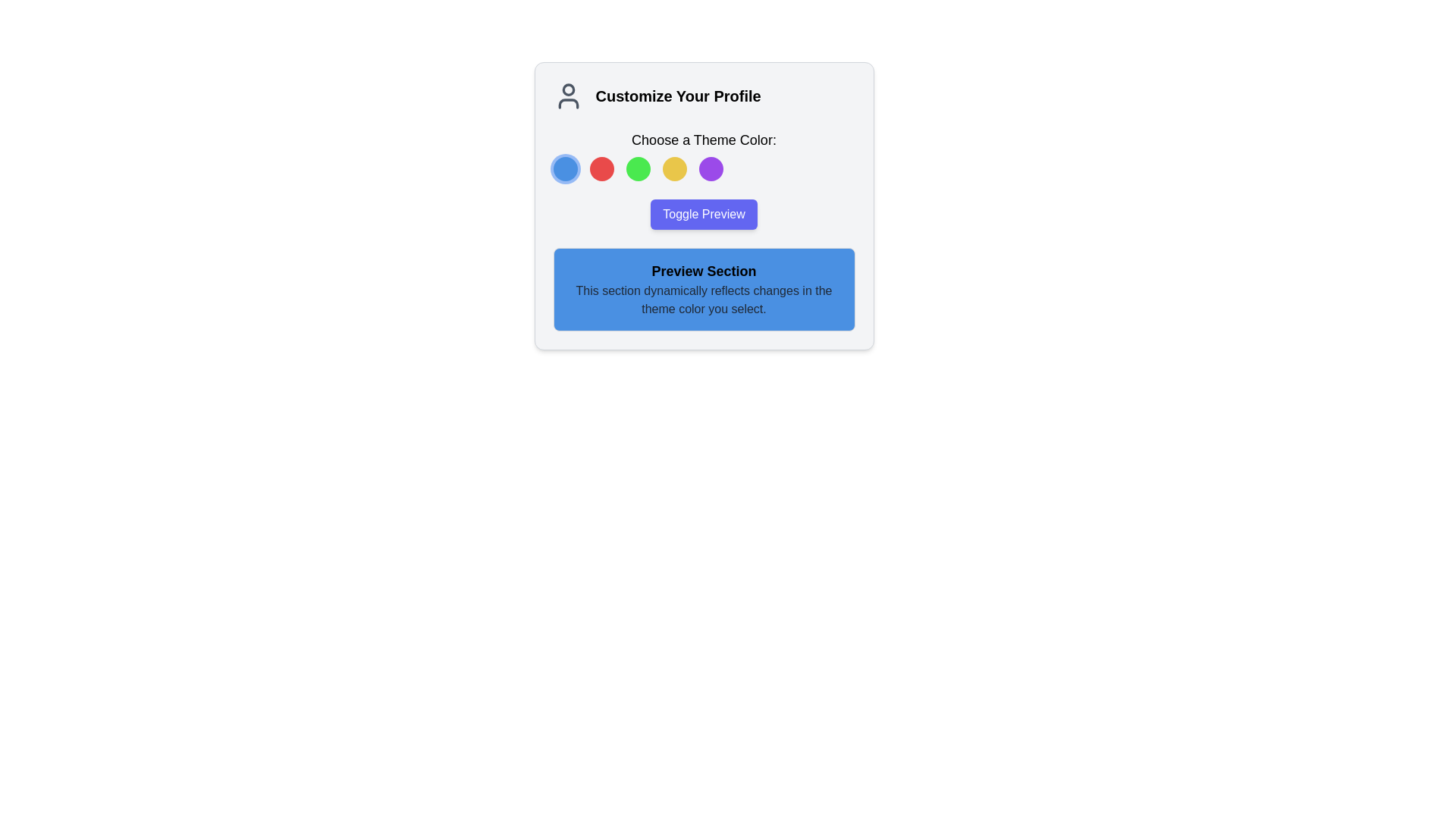  I want to click on the circular graphical component representing the user profile icon, so click(567, 89).